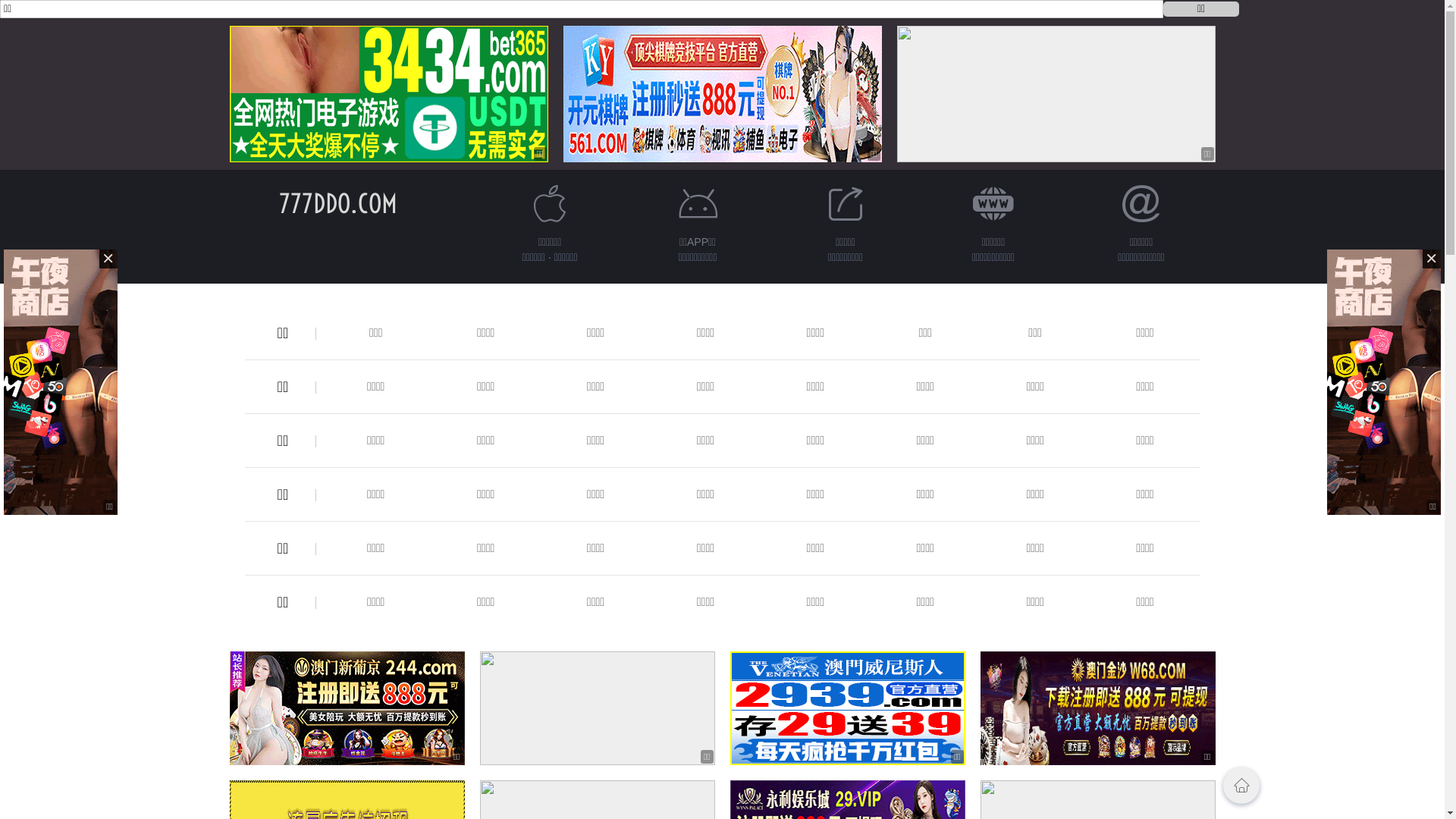 This screenshot has height=819, width=1456. I want to click on '777DDO.COM', so click(279, 202).